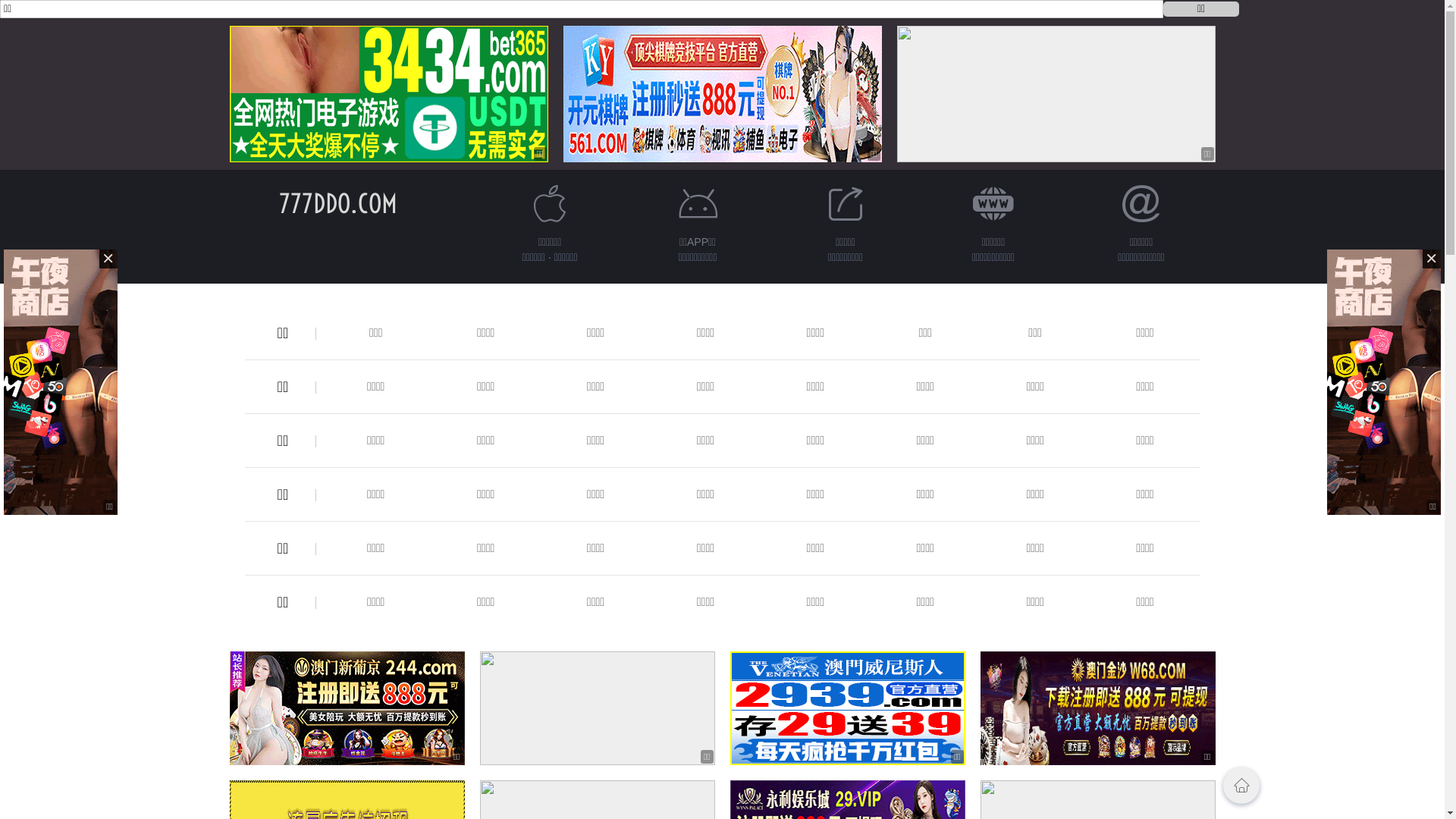 This screenshot has height=819, width=1456. I want to click on '777DDO.COM', so click(279, 202).